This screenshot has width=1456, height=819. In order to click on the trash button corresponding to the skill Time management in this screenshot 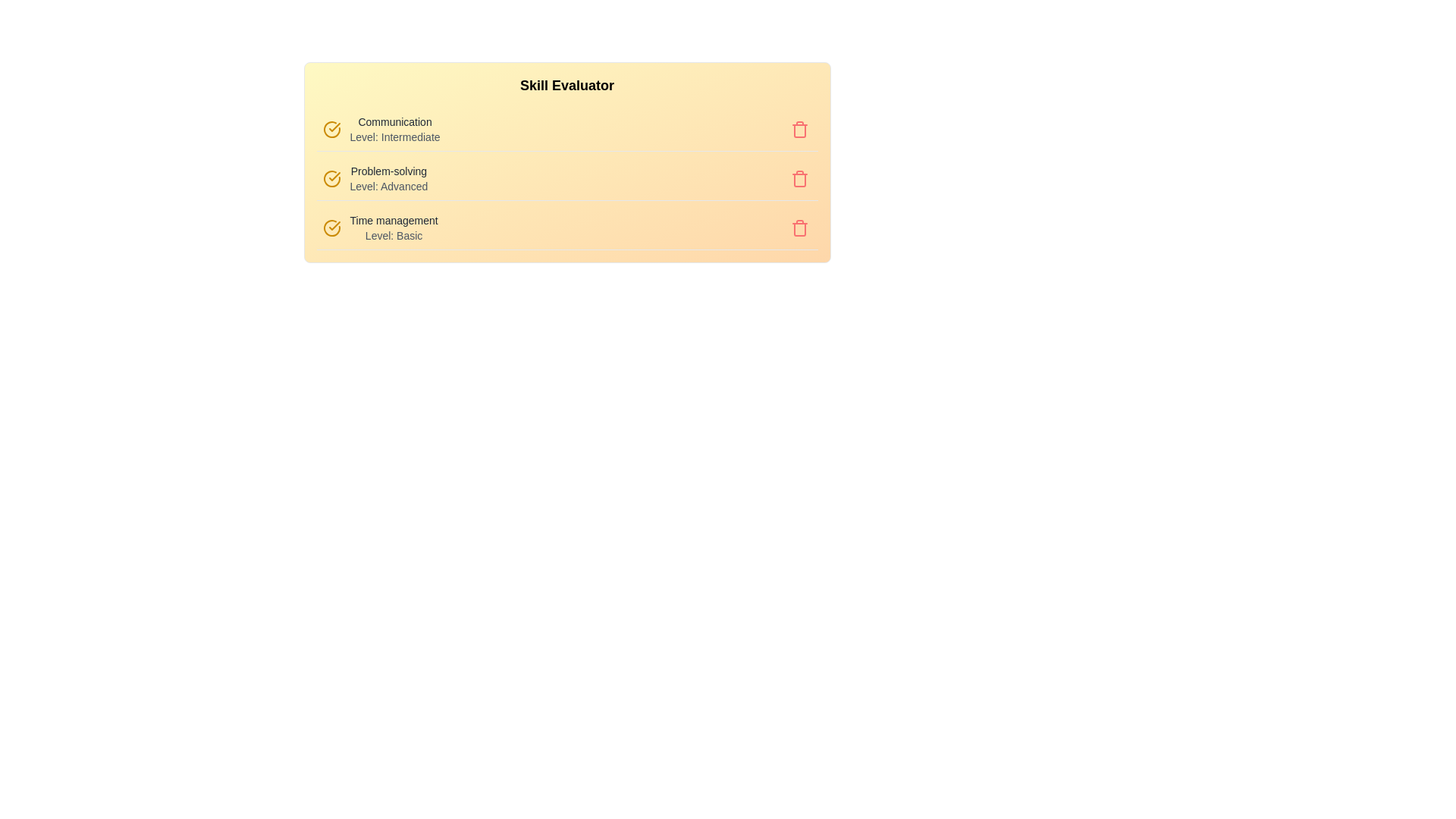, I will do `click(799, 227)`.